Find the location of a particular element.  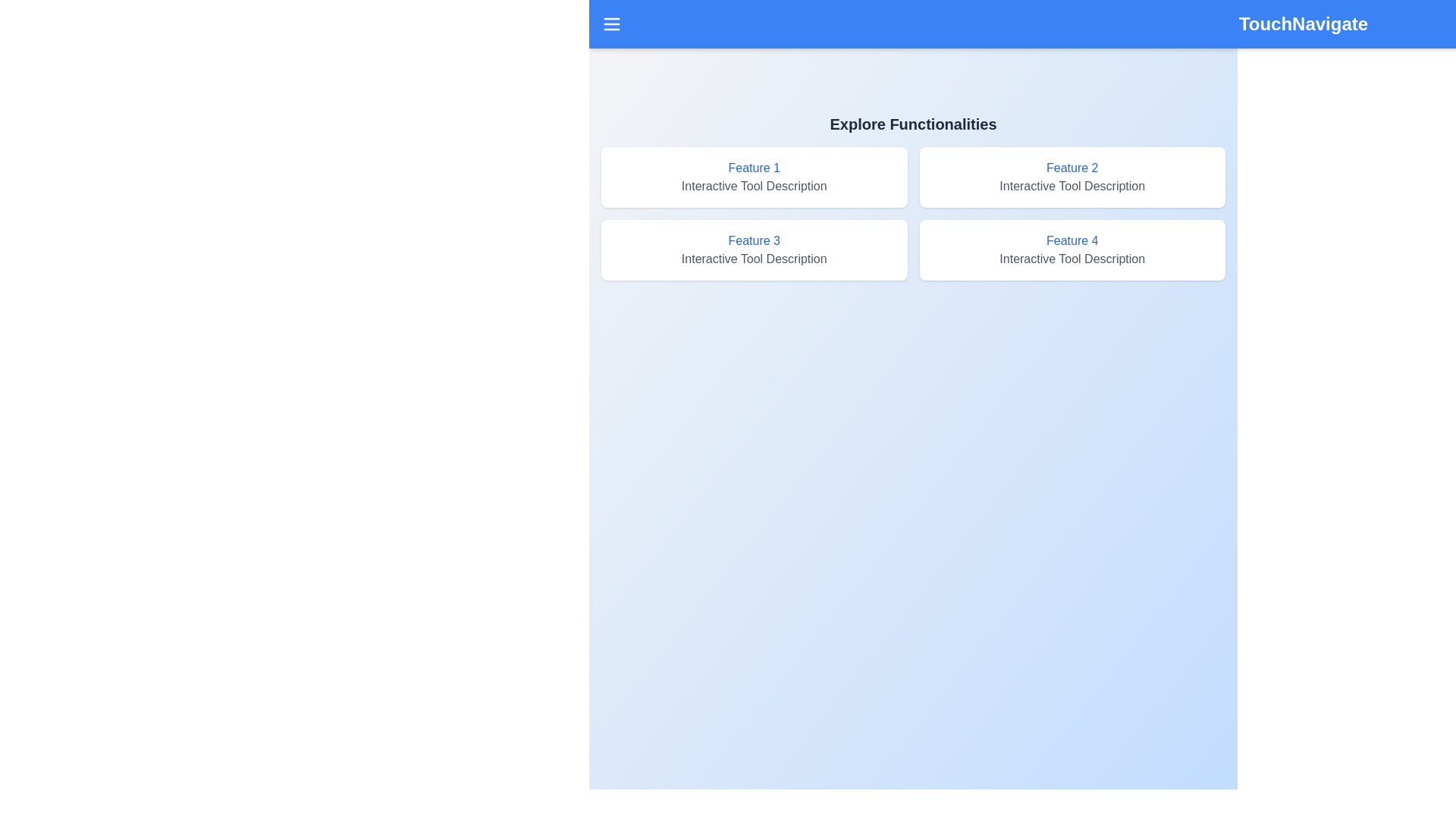

the menu icon in the top-left corner of the navigation bar is located at coordinates (611, 24).